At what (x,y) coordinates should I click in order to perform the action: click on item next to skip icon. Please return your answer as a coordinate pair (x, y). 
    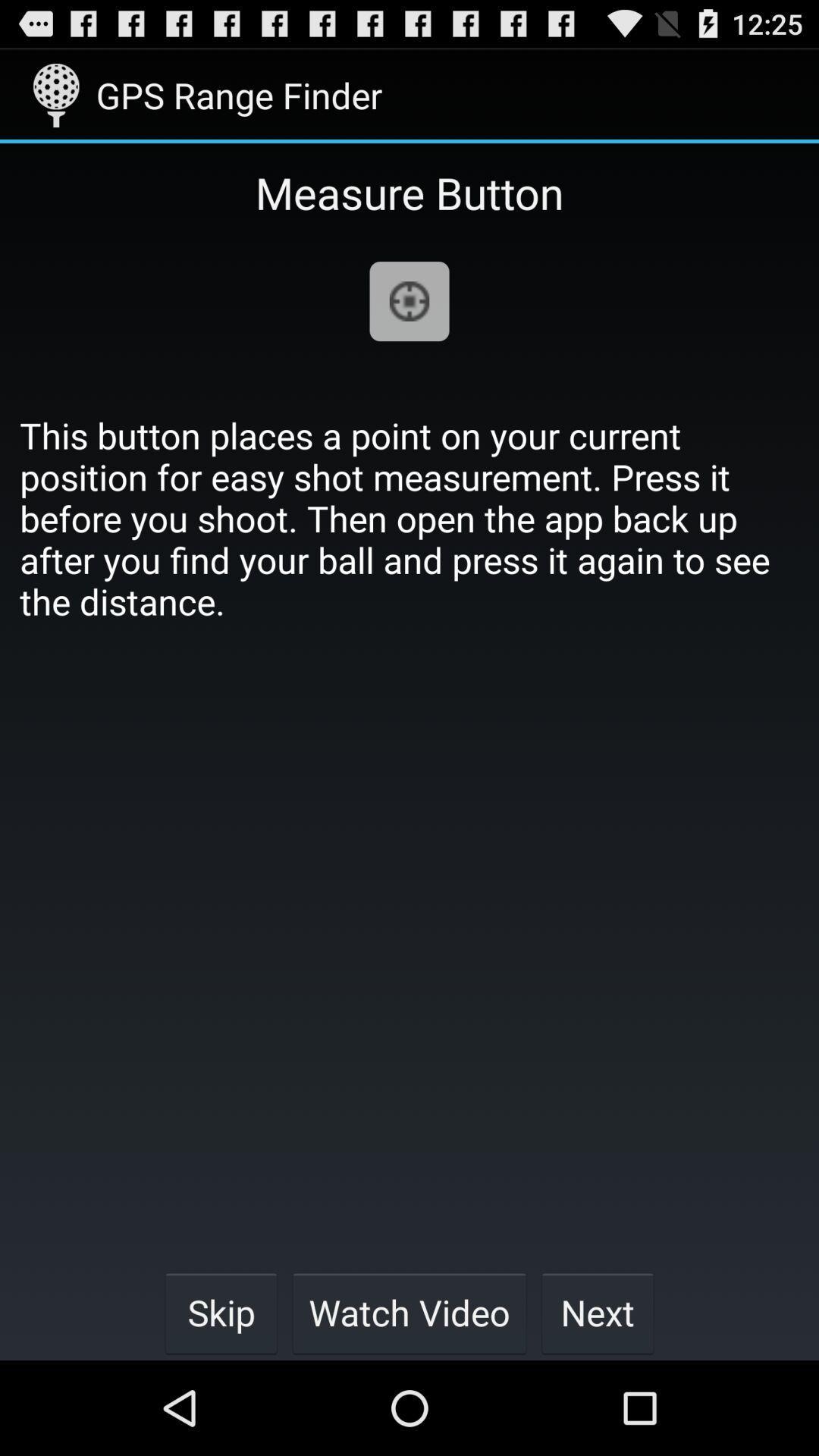
    Looking at the image, I should click on (409, 1312).